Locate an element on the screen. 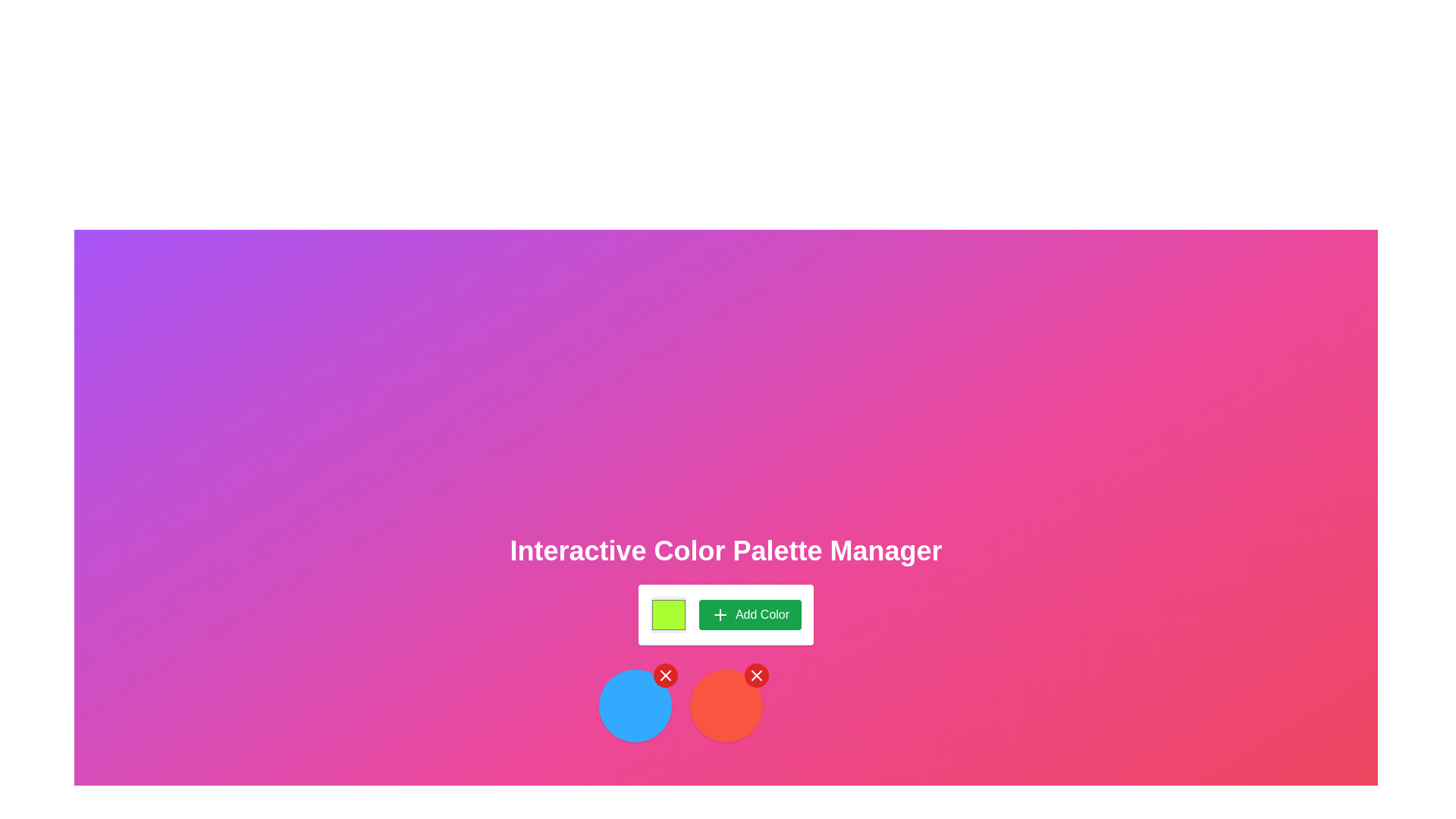 The image size is (1456, 819). the 'Add Color' button, which is represented by a plus icon centered within a green button, located below the 'Interactive Color Palette Manager' text is located at coordinates (719, 614).